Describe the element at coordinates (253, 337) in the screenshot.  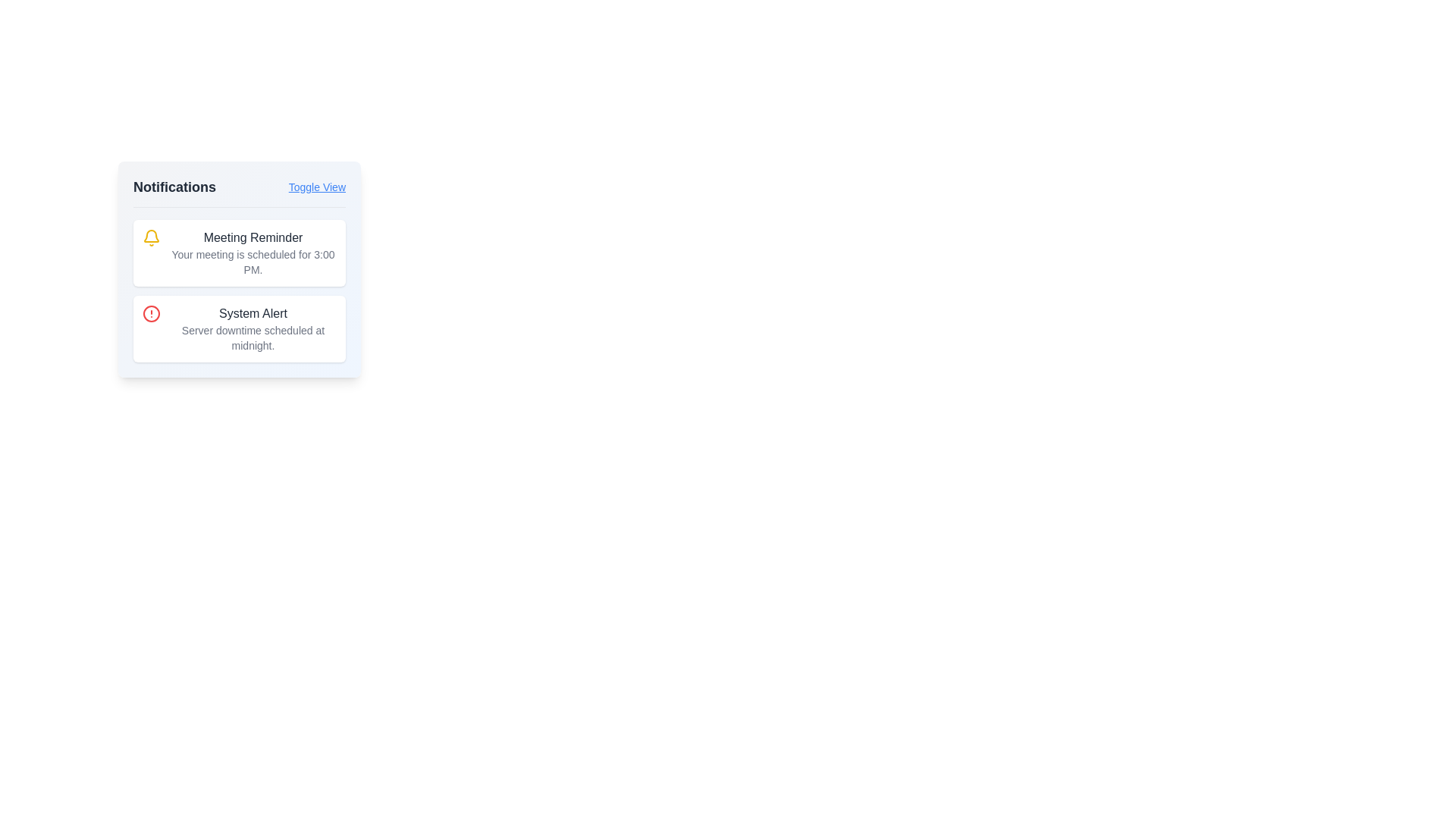
I see `text content of the Text block located beneath the title 'System Alert' in the second notification card` at that location.